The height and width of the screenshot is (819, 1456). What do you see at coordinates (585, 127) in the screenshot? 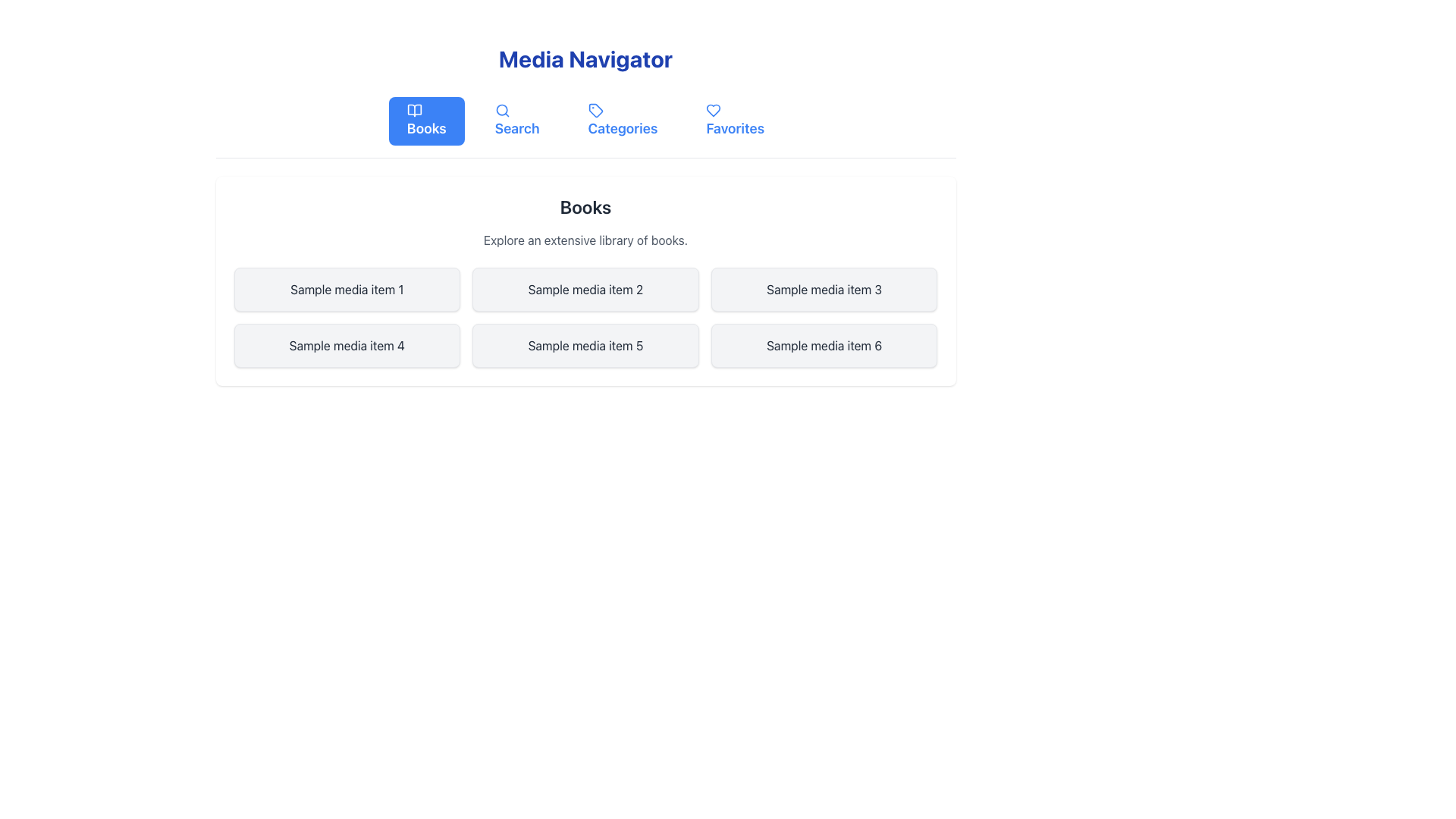
I see `the 'Categories' button in the navigation bar located just beneath the 'Media Navigator' heading` at bounding box center [585, 127].